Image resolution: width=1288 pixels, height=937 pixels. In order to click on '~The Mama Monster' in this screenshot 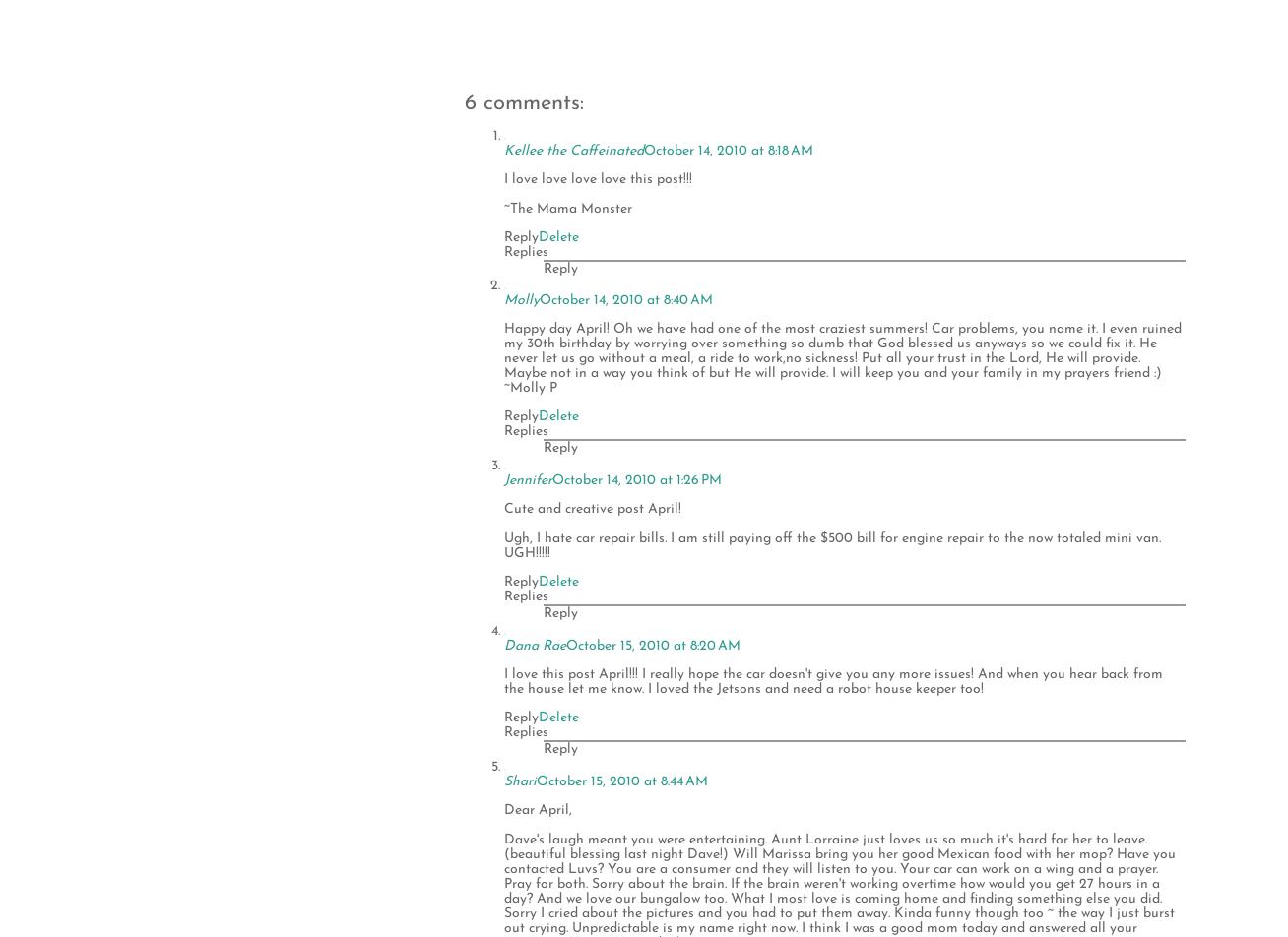, I will do `click(566, 208)`.